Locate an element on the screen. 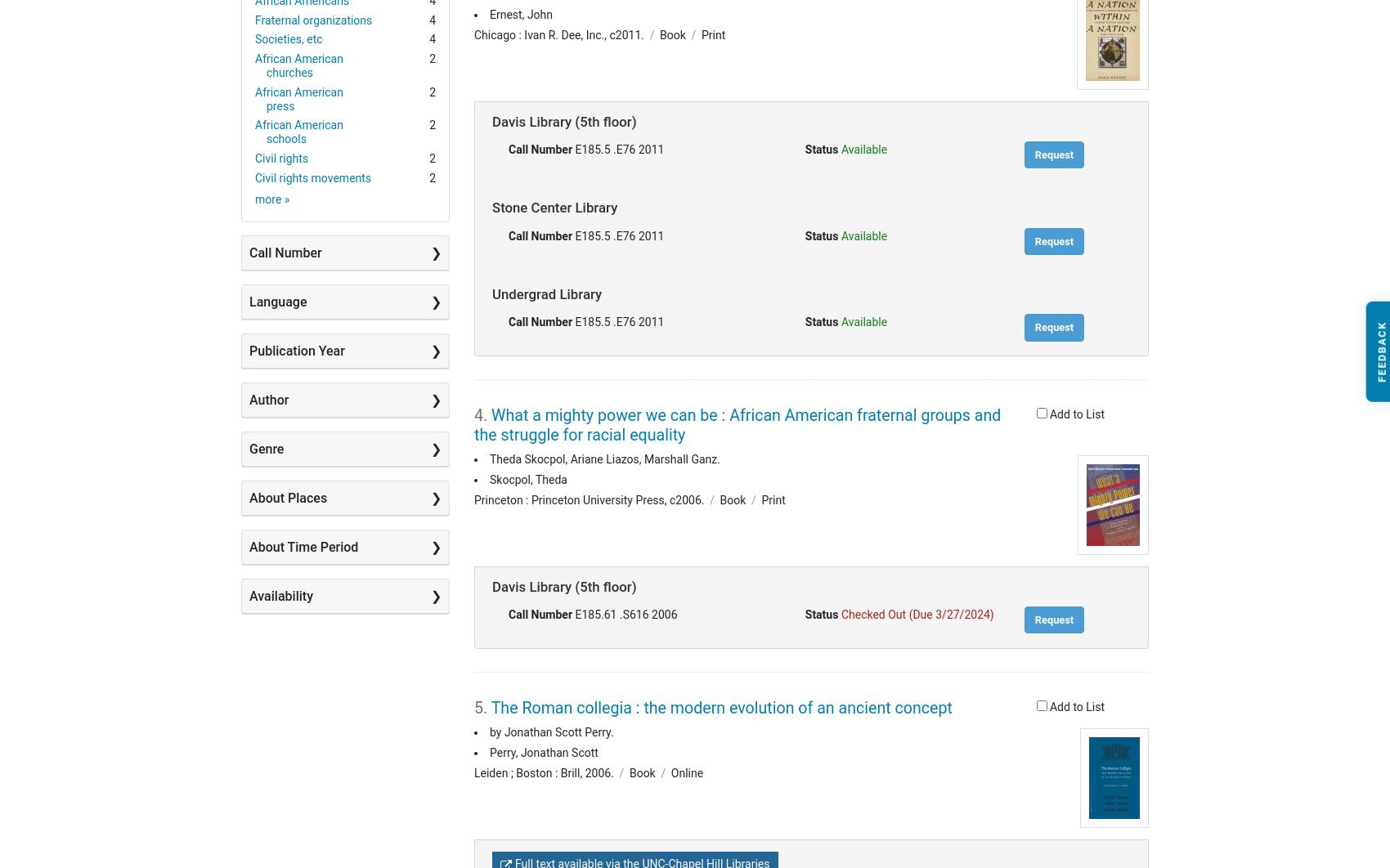 The image size is (1390, 868). '5.' is located at coordinates (482, 706).